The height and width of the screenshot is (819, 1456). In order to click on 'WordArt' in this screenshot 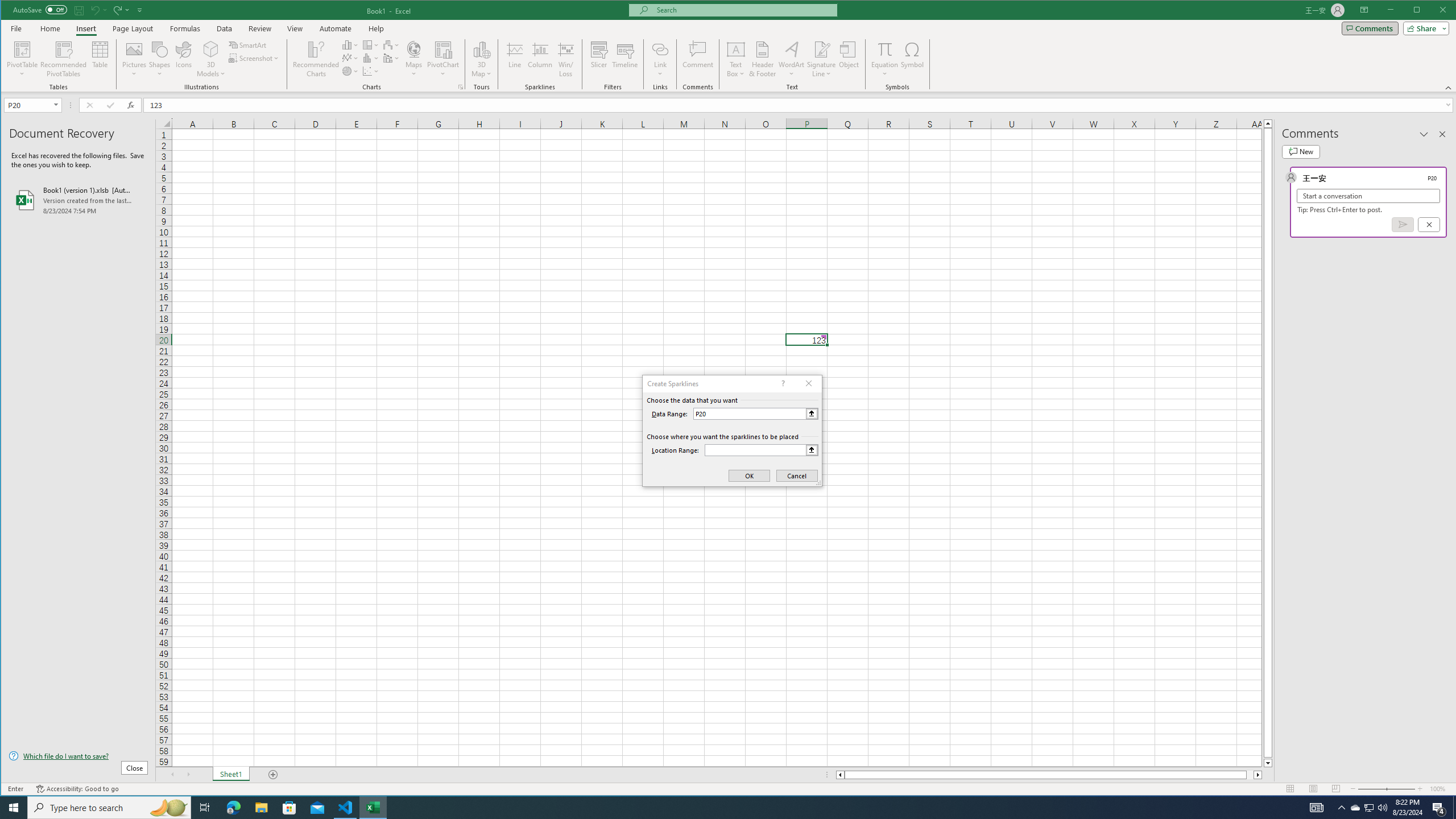, I will do `click(791, 59)`.